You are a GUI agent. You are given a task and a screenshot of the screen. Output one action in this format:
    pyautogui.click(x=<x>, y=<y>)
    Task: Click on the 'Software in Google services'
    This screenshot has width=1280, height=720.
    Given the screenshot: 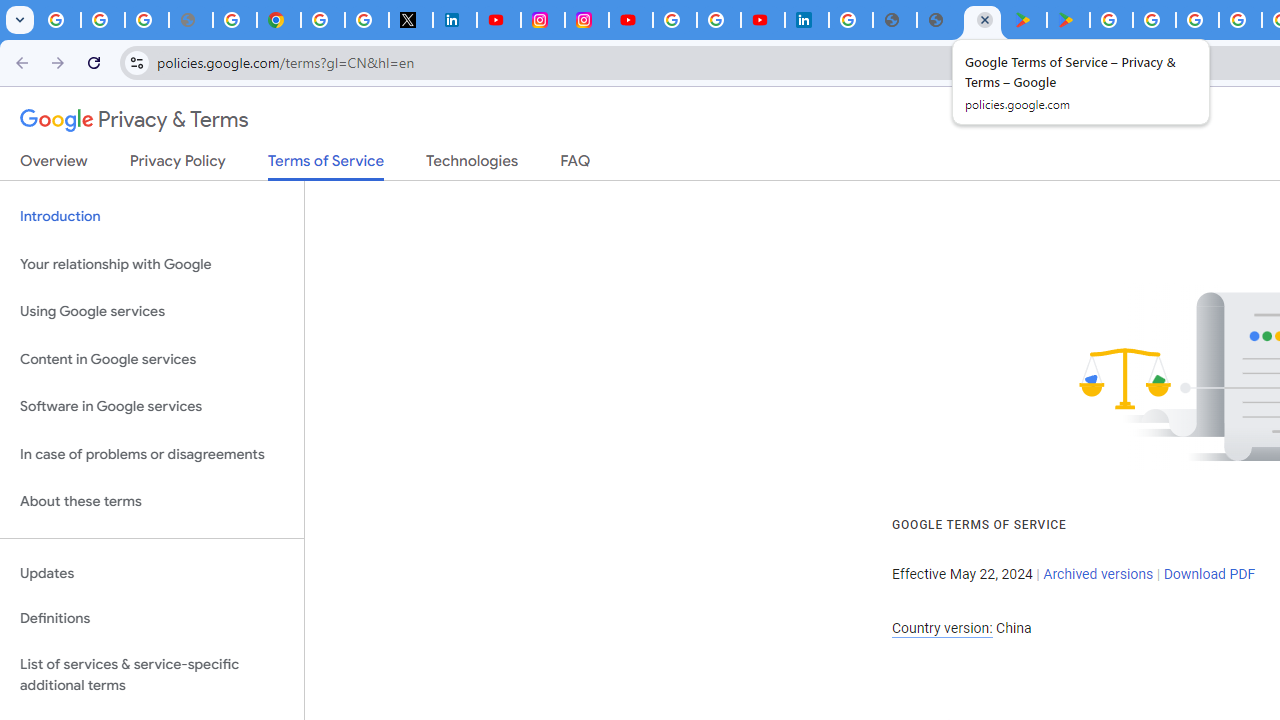 What is the action you would take?
    pyautogui.click(x=151, y=406)
    